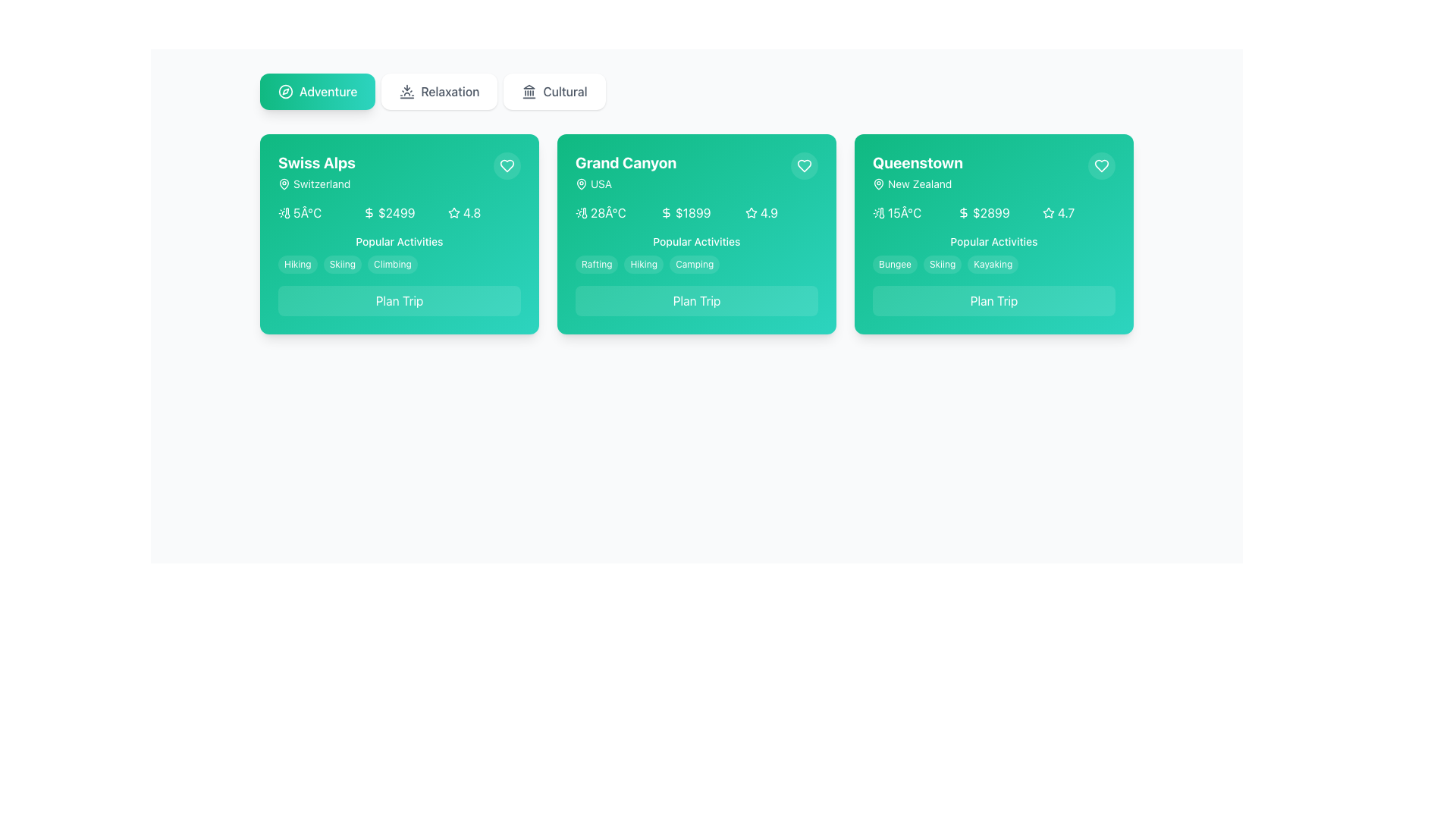 Image resolution: width=1456 pixels, height=819 pixels. What do you see at coordinates (507, 166) in the screenshot?
I see `the heart-shaped toggle button icon in the top-right corner of the 'Swiss Alps' card to mark it as a favorite` at bounding box center [507, 166].